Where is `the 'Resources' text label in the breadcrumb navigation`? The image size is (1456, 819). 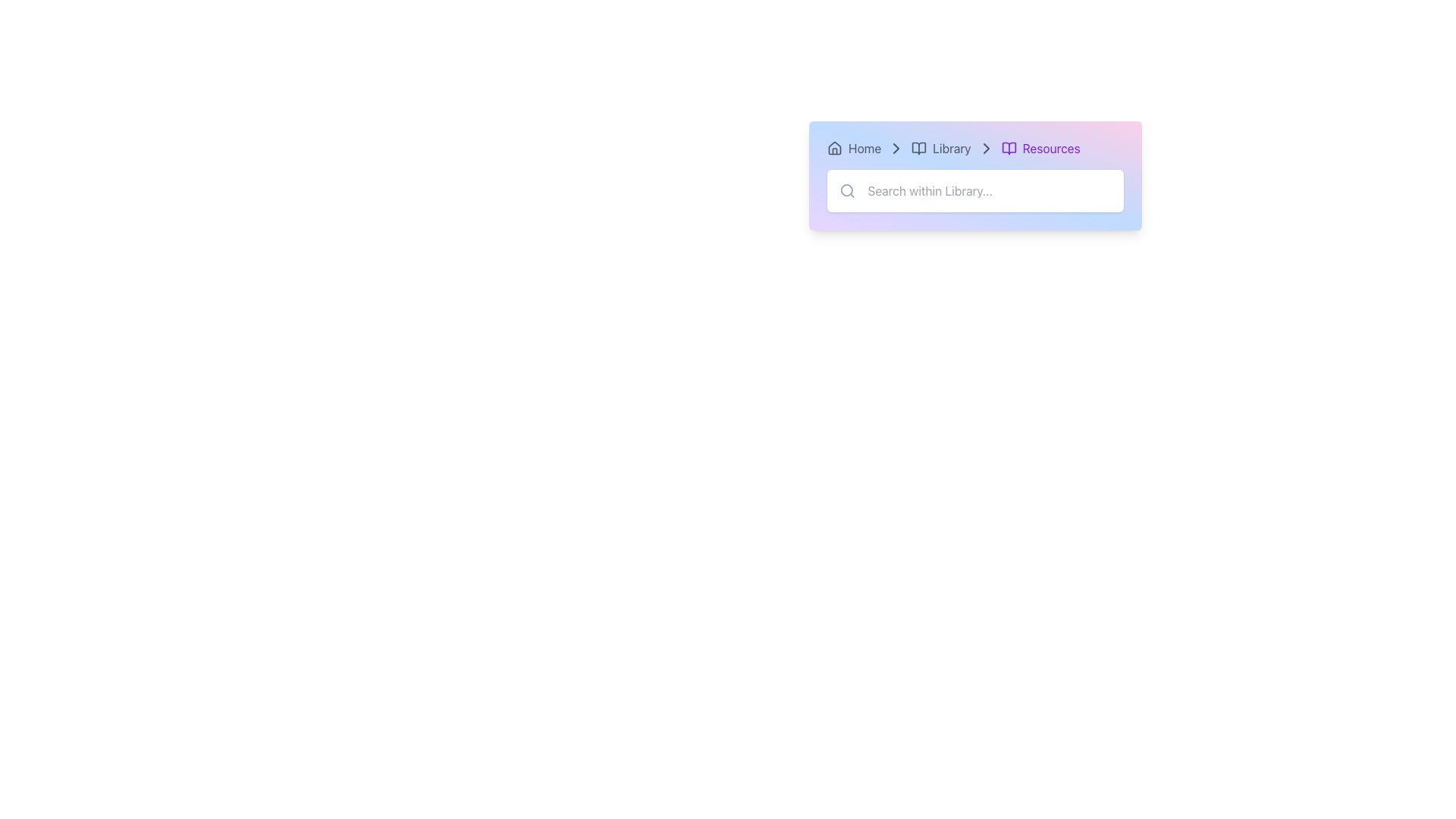 the 'Resources' text label in the breadcrumb navigation is located at coordinates (1050, 149).